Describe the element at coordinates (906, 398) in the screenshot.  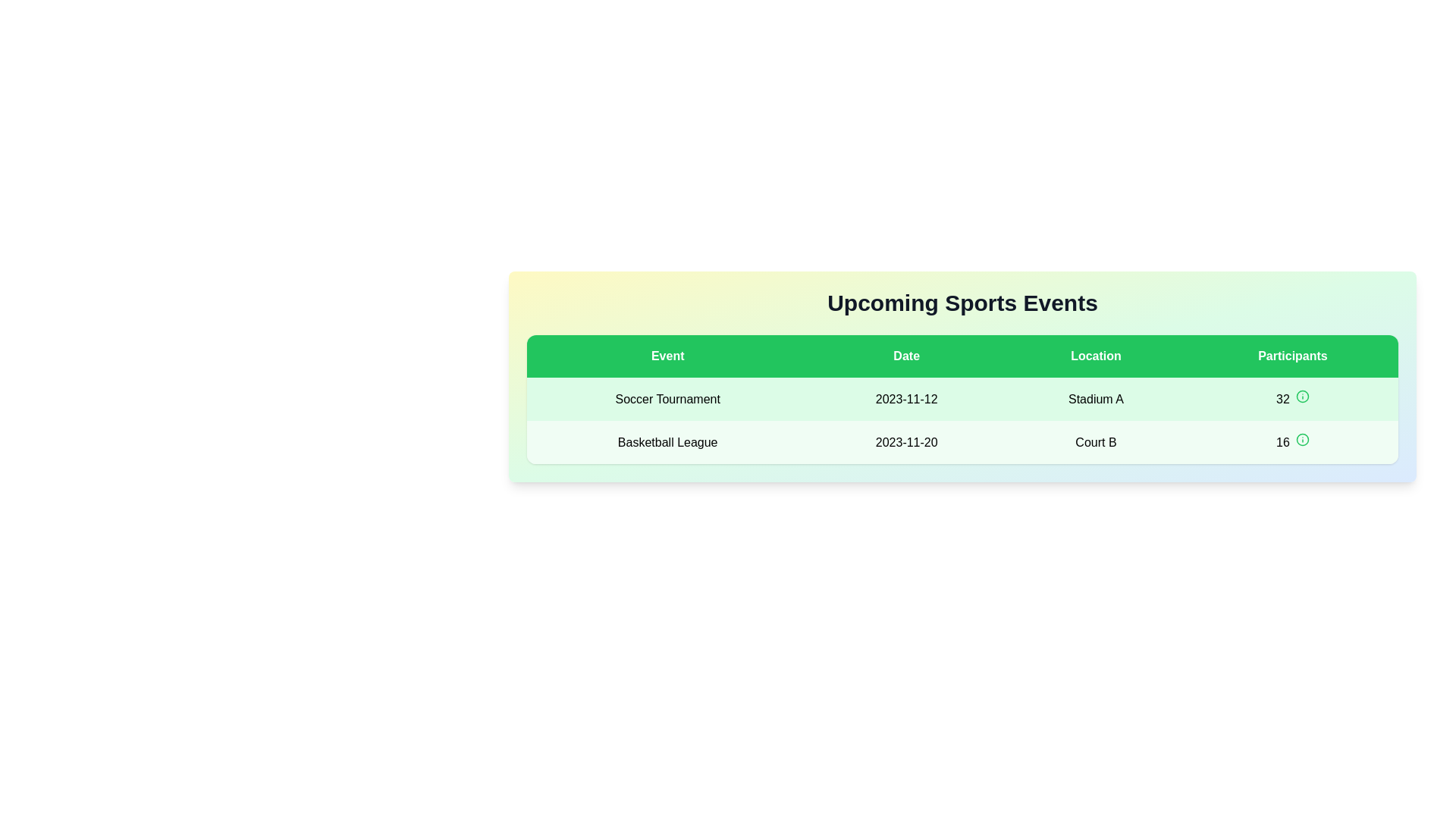
I see `the text label displaying the scheduled date for the event, located in the second column of the first row under the 'Date' header` at that location.